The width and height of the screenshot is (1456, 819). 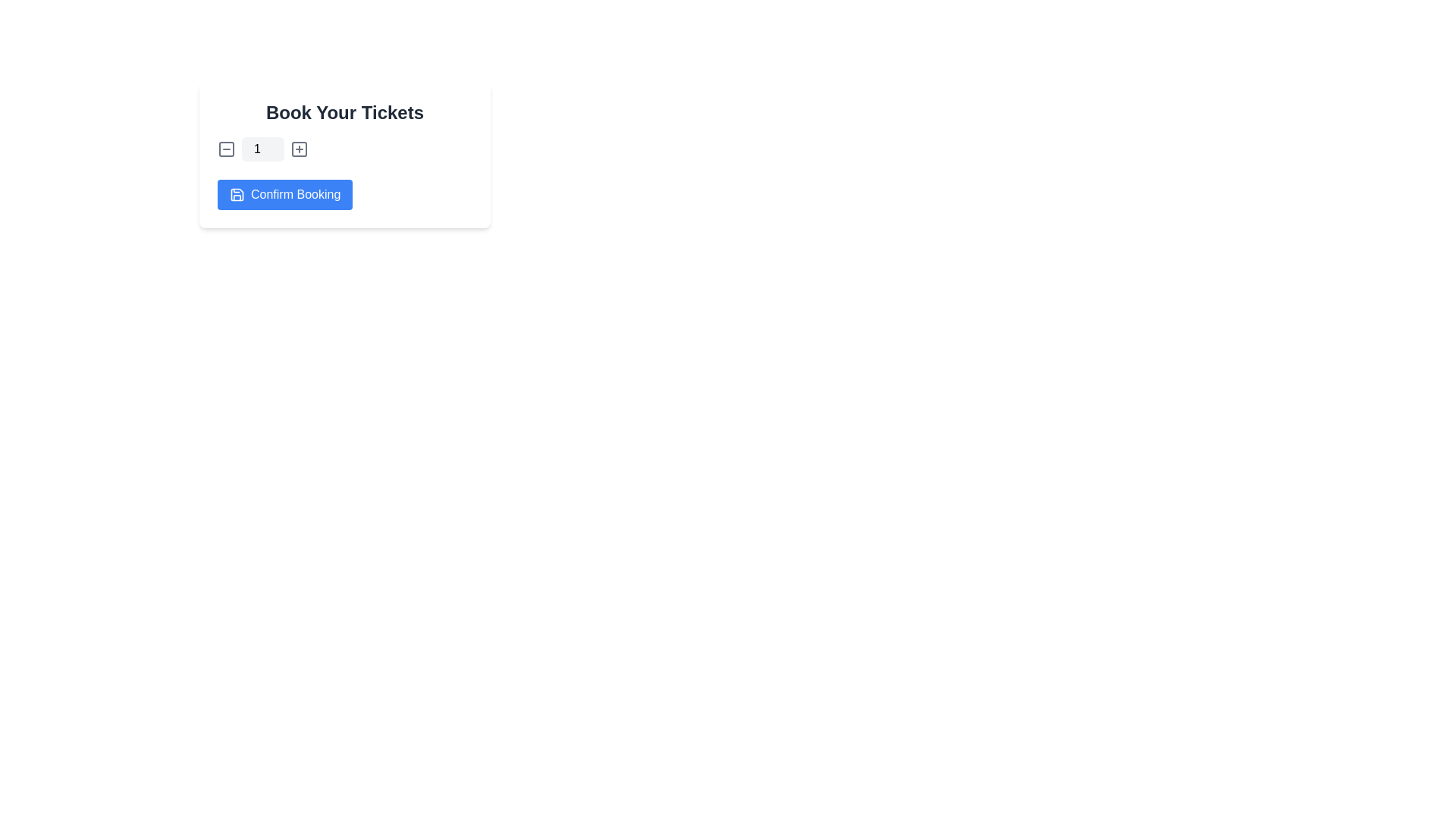 I want to click on the square icon button with a plus sign to increment the value, located to the right of the number input field labeled '1' under the header 'Book Your Tickets.', so click(x=299, y=149).